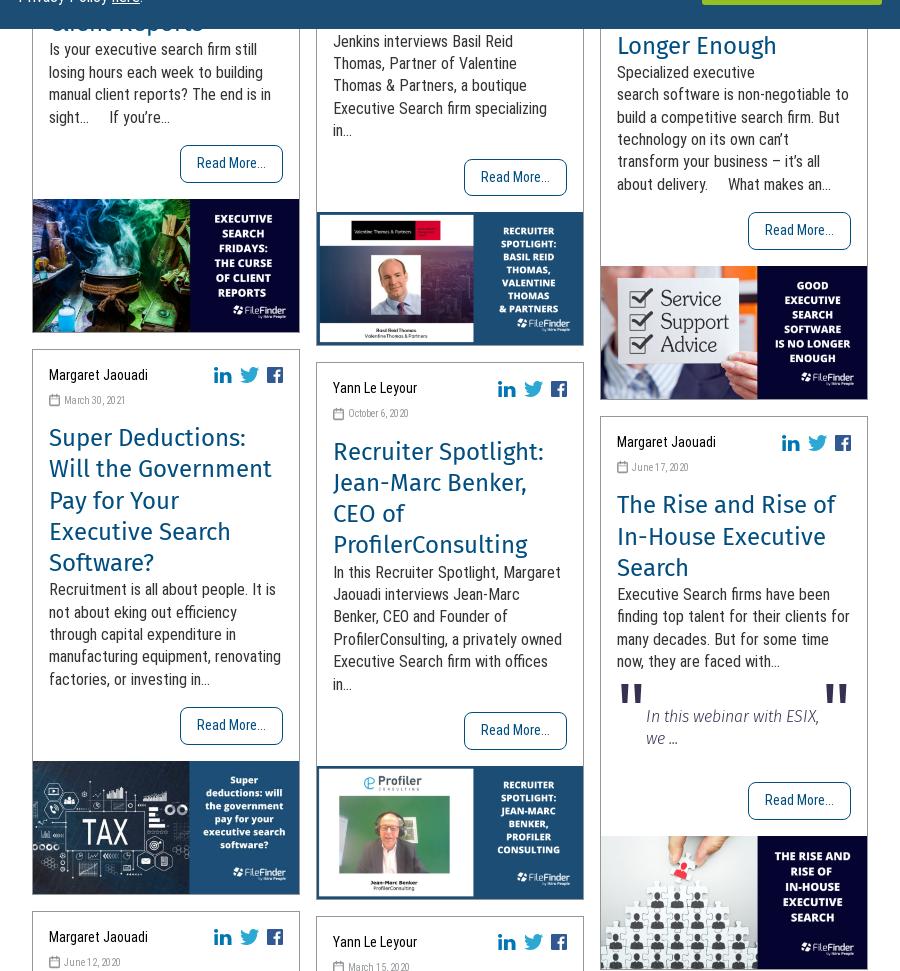 Image resolution: width=900 pixels, height=971 pixels. I want to click on 'Specialized executive search software is non-negotiable to build a competitive search firm. But technology on its own can’t transform your business – it’s all about delivery.     What makes an...', so click(731, 127).